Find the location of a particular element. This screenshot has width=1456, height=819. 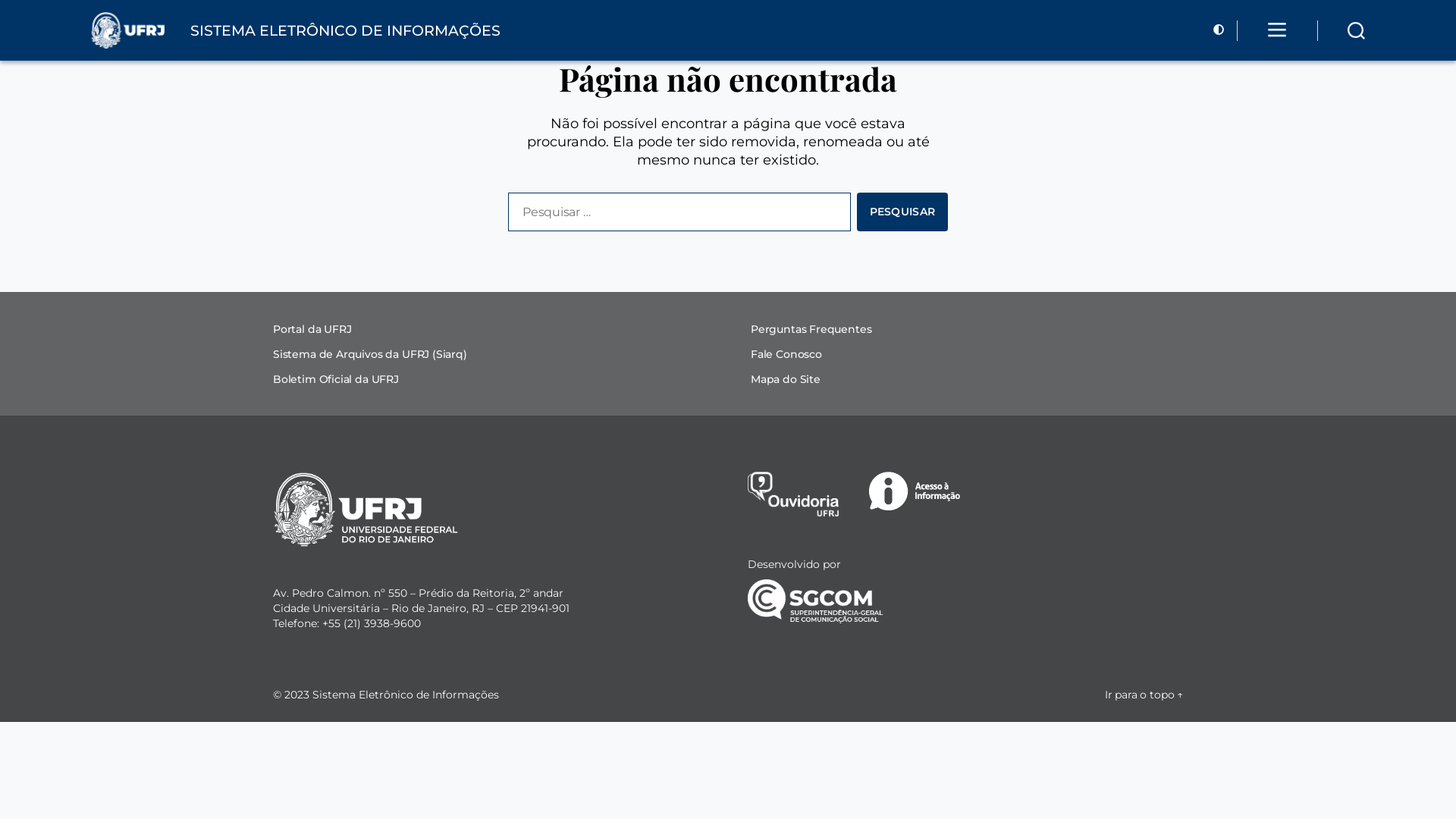

'Sistema de Arquivos da UFRJ (Siarq)' is located at coordinates (370, 353).